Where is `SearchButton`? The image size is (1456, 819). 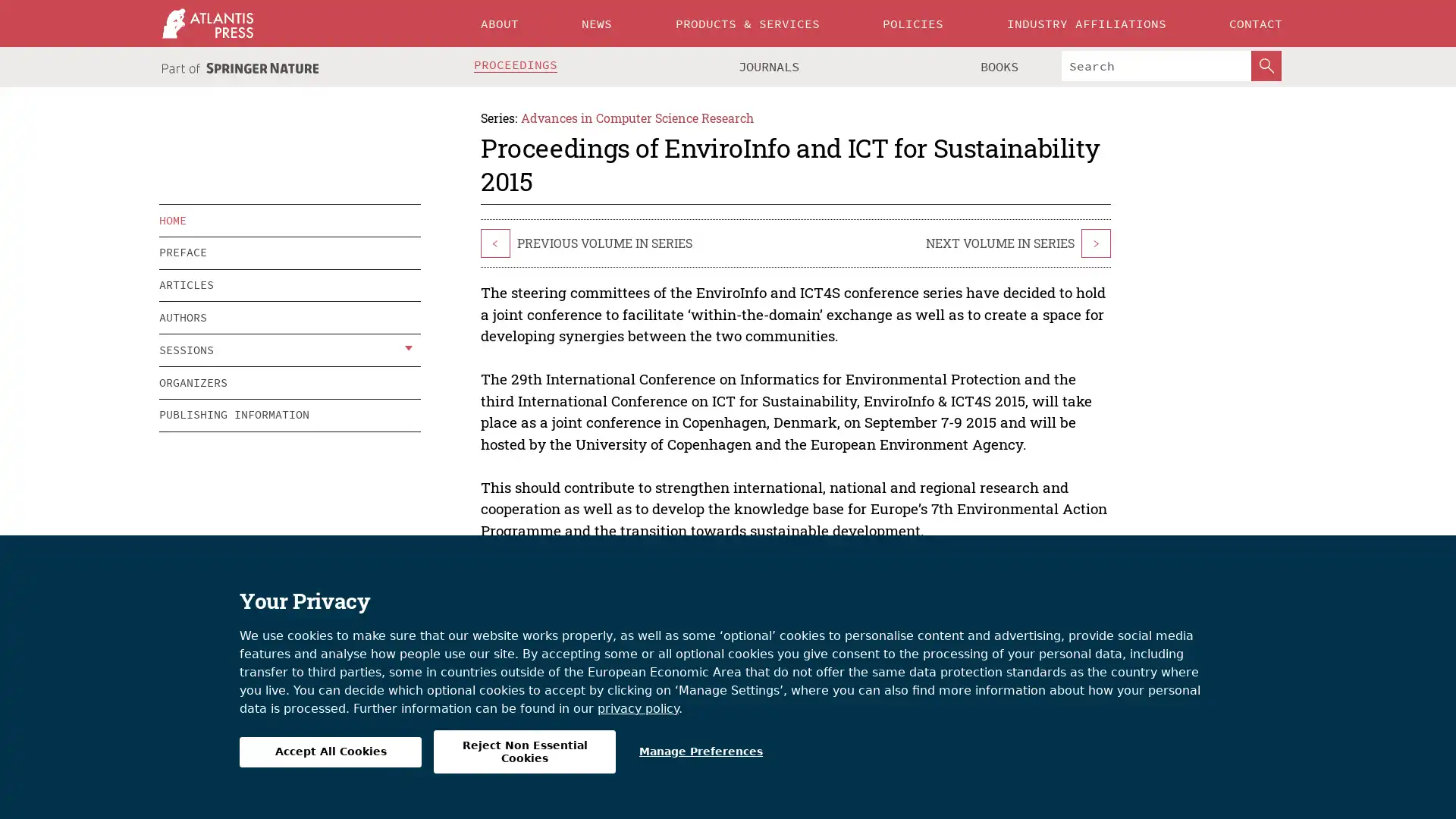
SearchButton is located at coordinates (1266, 65).